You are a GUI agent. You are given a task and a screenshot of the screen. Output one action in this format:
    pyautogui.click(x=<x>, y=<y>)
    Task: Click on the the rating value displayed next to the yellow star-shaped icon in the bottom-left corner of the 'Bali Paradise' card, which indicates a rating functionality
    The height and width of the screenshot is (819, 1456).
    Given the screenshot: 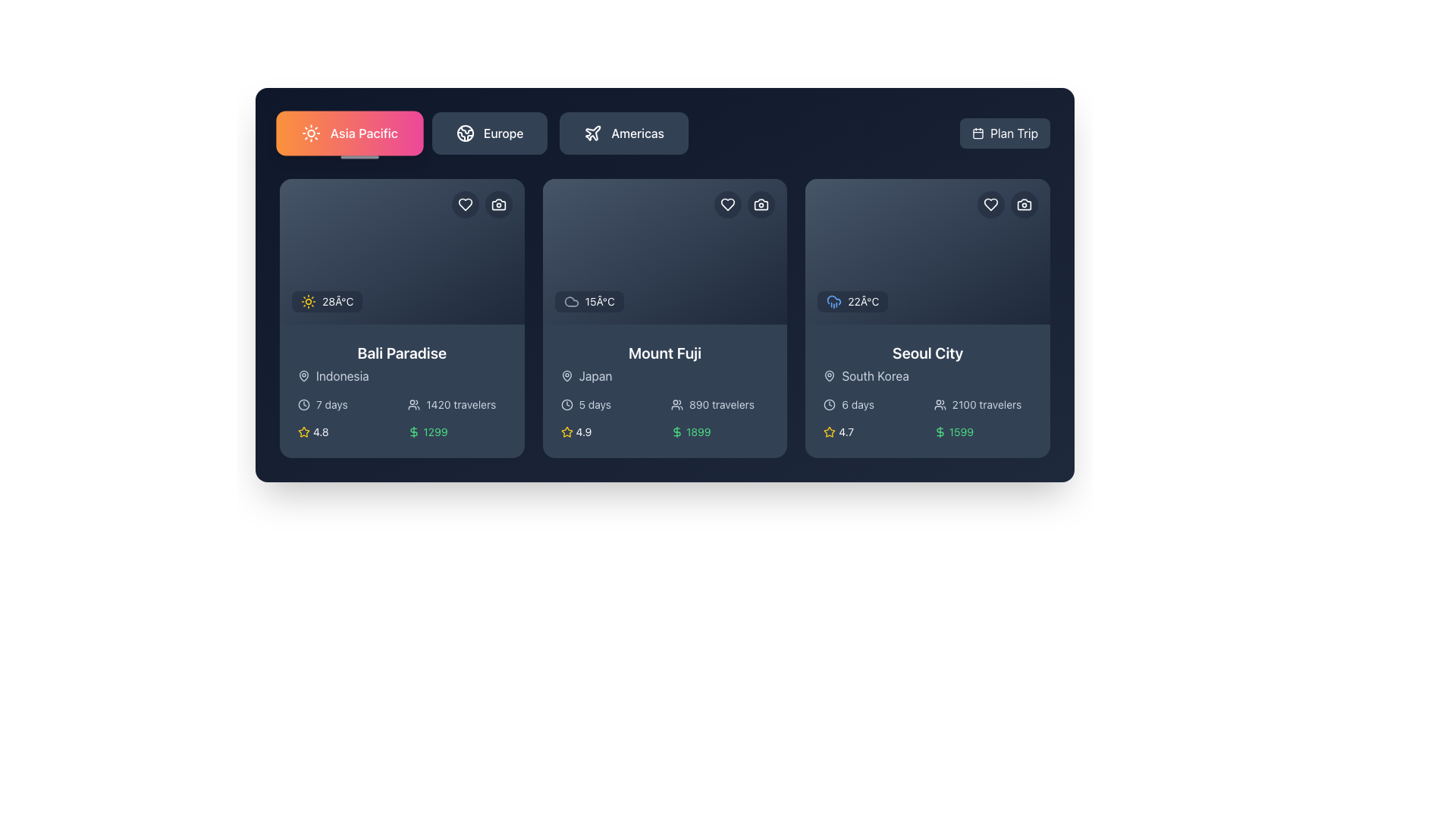 What is the action you would take?
    pyautogui.click(x=303, y=432)
    